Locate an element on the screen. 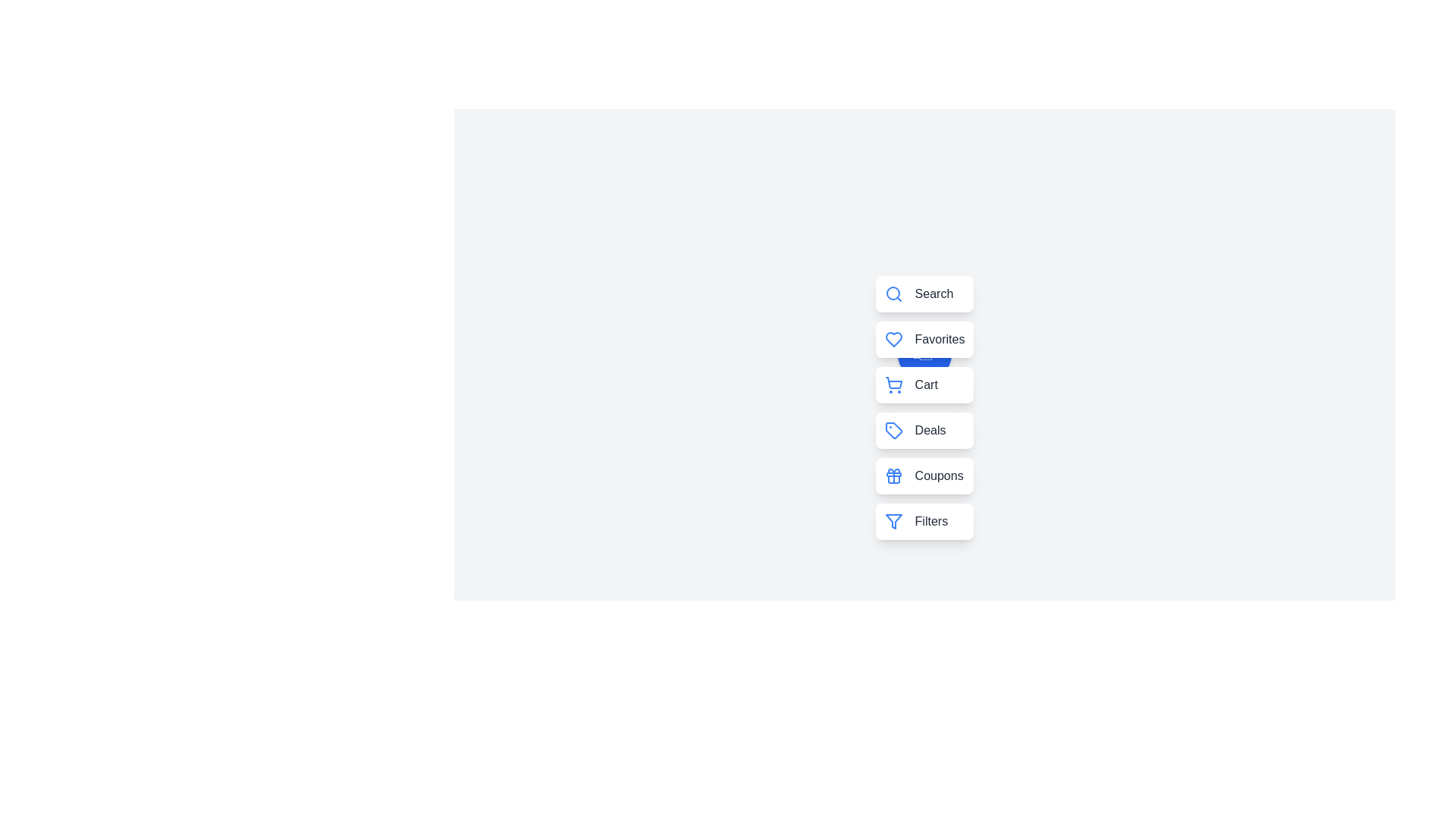 The height and width of the screenshot is (819, 1456). the 'Filters' button, which is a rectangular button with a white background and a blue funnel icon on the left side, located at the bottom of a vertical stack of similar buttons in the right center of the interface is located at coordinates (924, 520).